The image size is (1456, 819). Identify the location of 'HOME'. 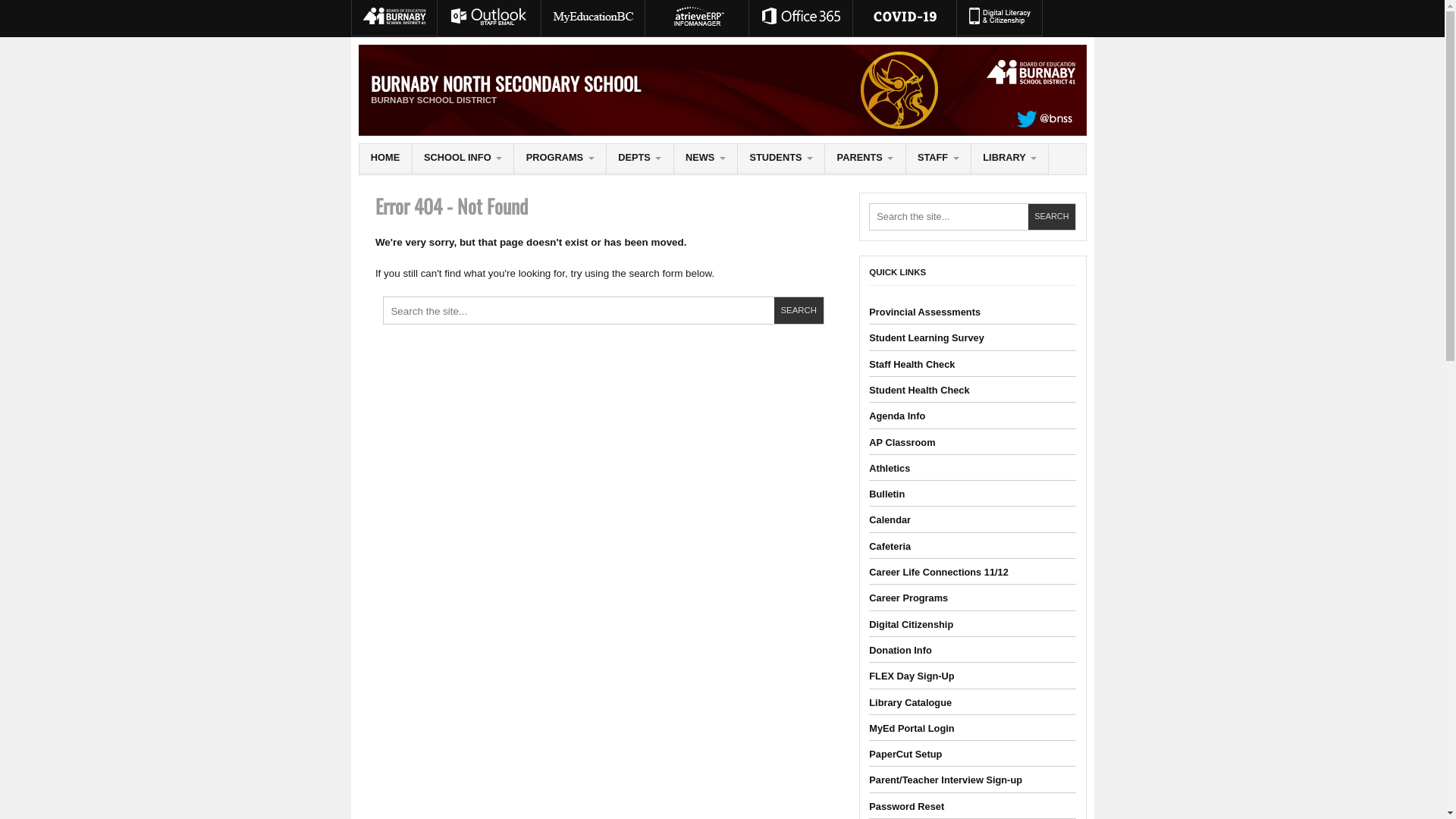
(385, 158).